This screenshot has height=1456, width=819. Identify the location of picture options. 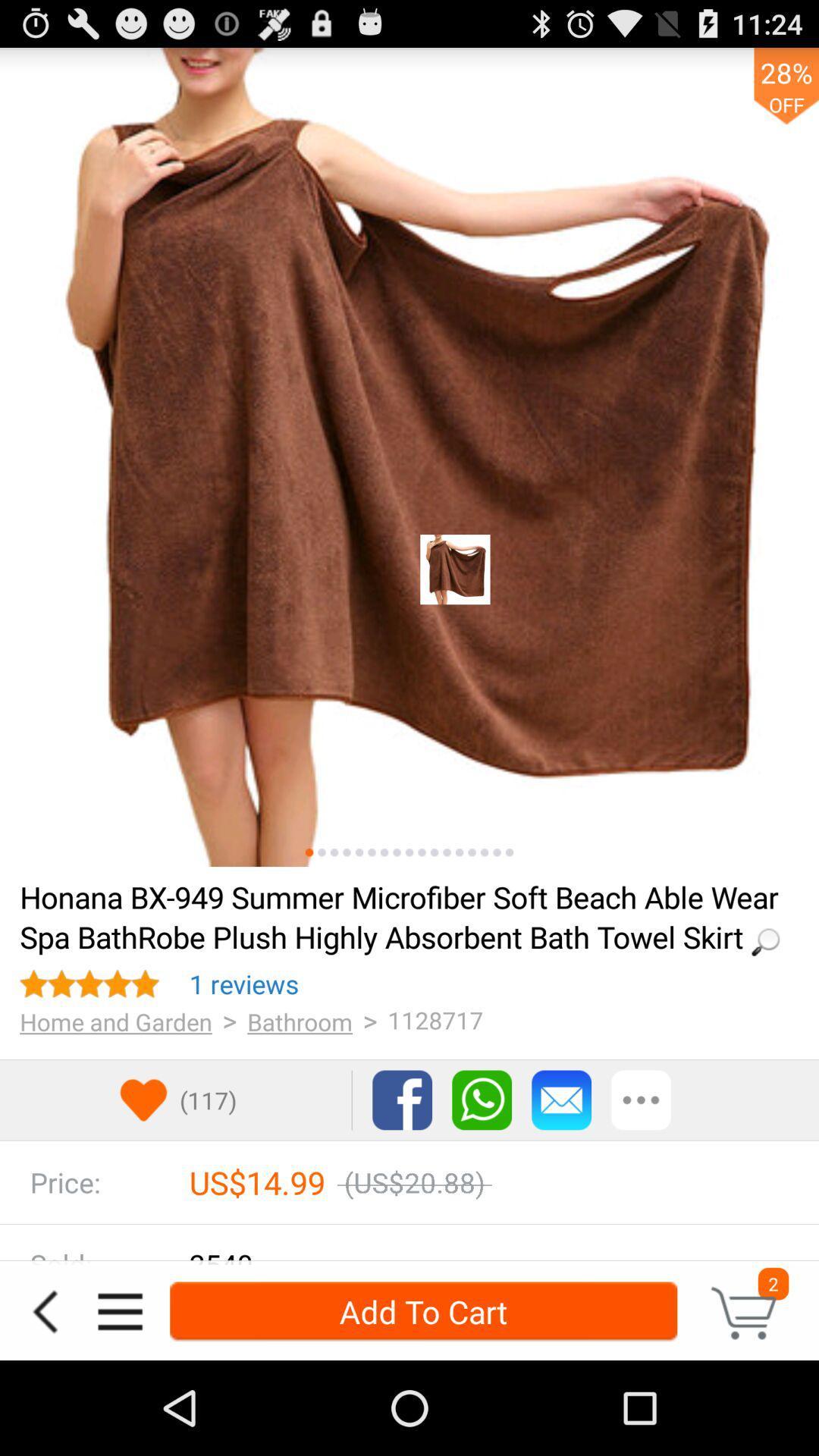
(347, 852).